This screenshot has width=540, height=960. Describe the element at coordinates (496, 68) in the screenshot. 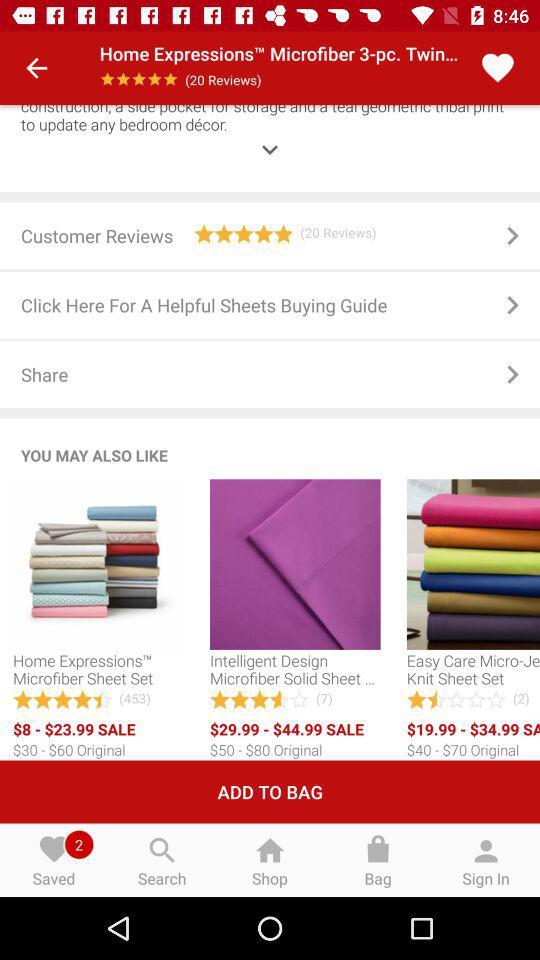

I see `favourite this item` at that location.